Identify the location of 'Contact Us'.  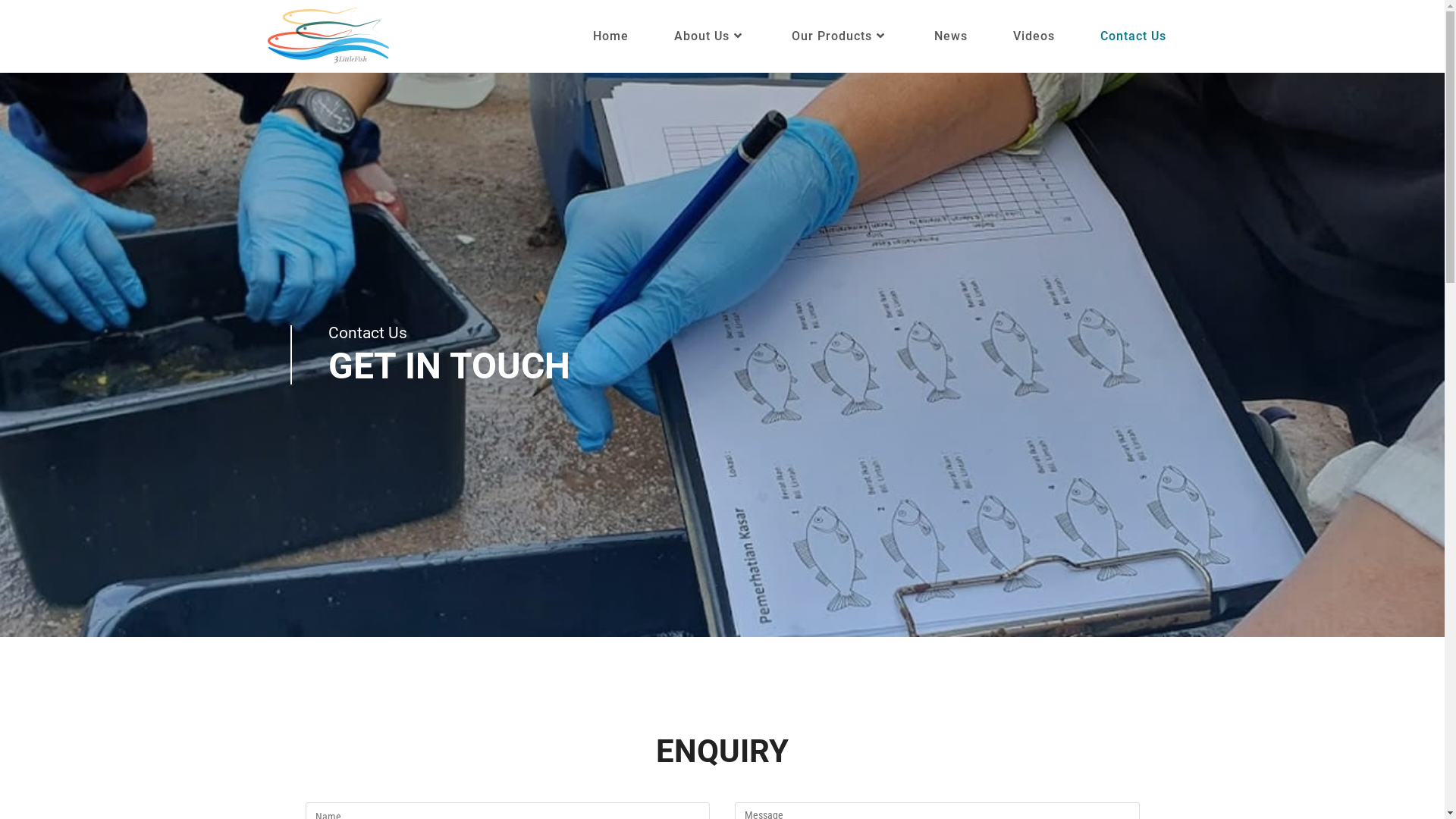
(1132, 35).